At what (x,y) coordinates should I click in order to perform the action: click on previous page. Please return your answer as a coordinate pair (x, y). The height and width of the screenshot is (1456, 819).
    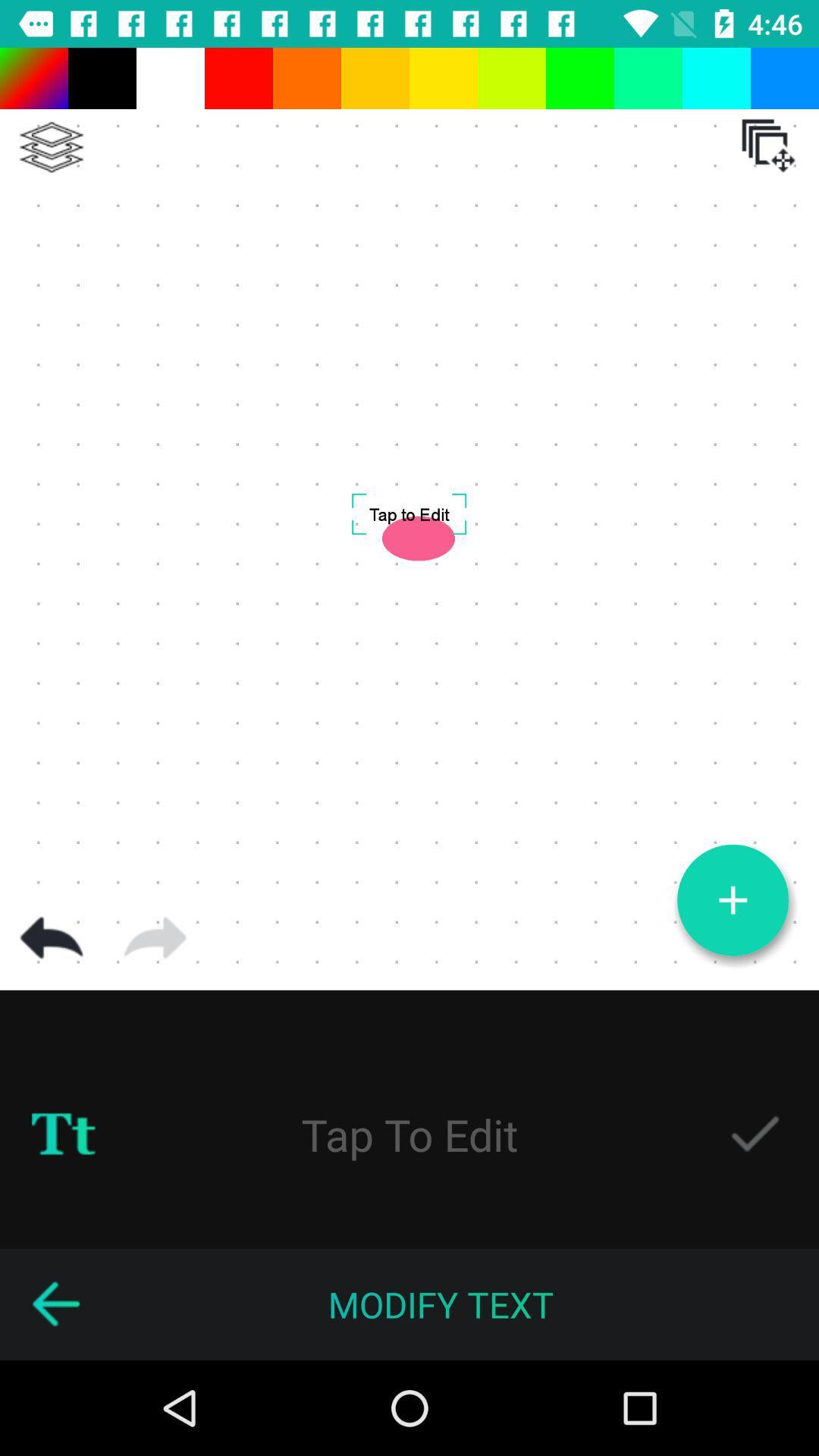
    Looking at the image, I should click on (55, 1304).